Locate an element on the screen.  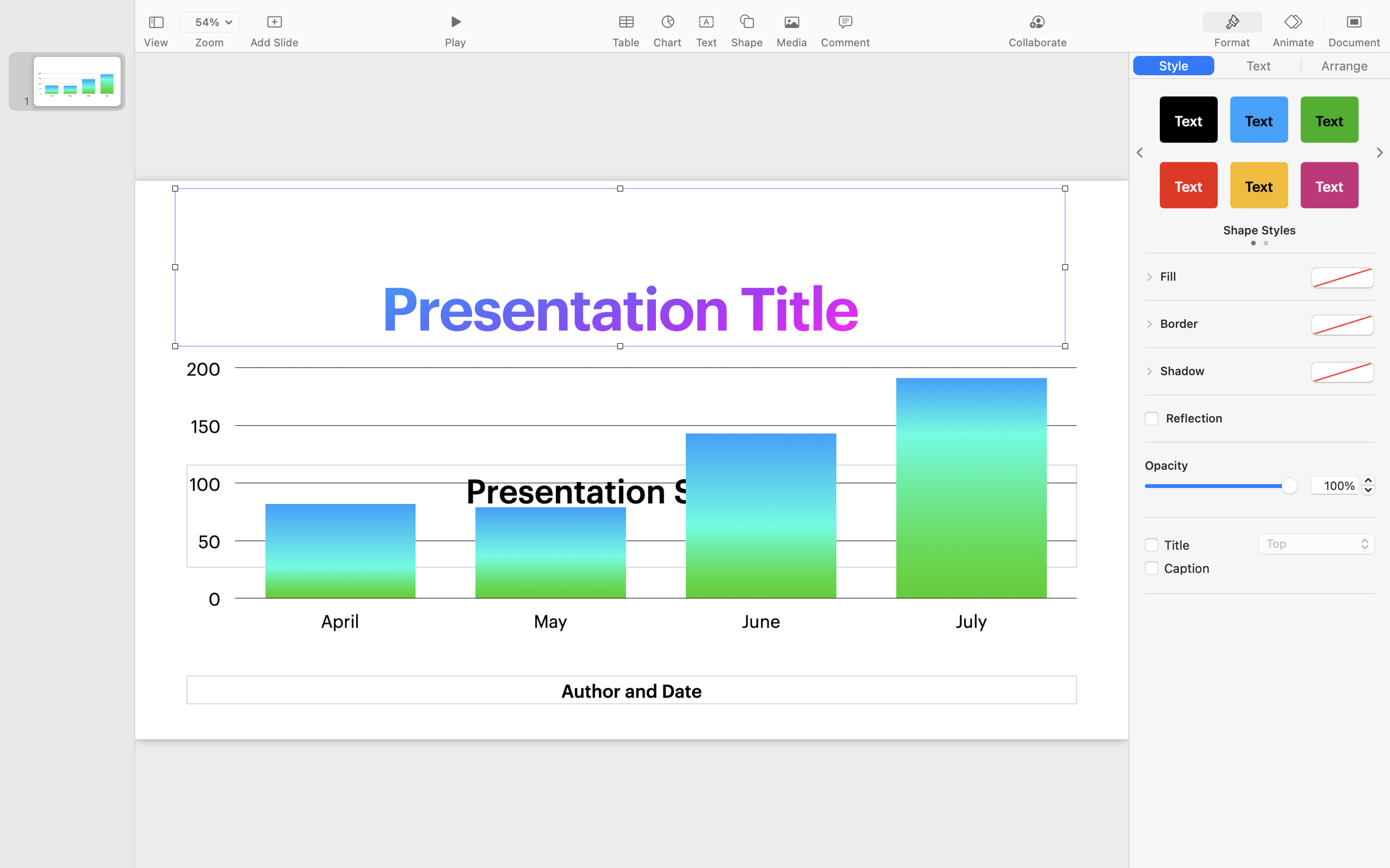
'Shape Styles' is located at coordinates (1258, 230).